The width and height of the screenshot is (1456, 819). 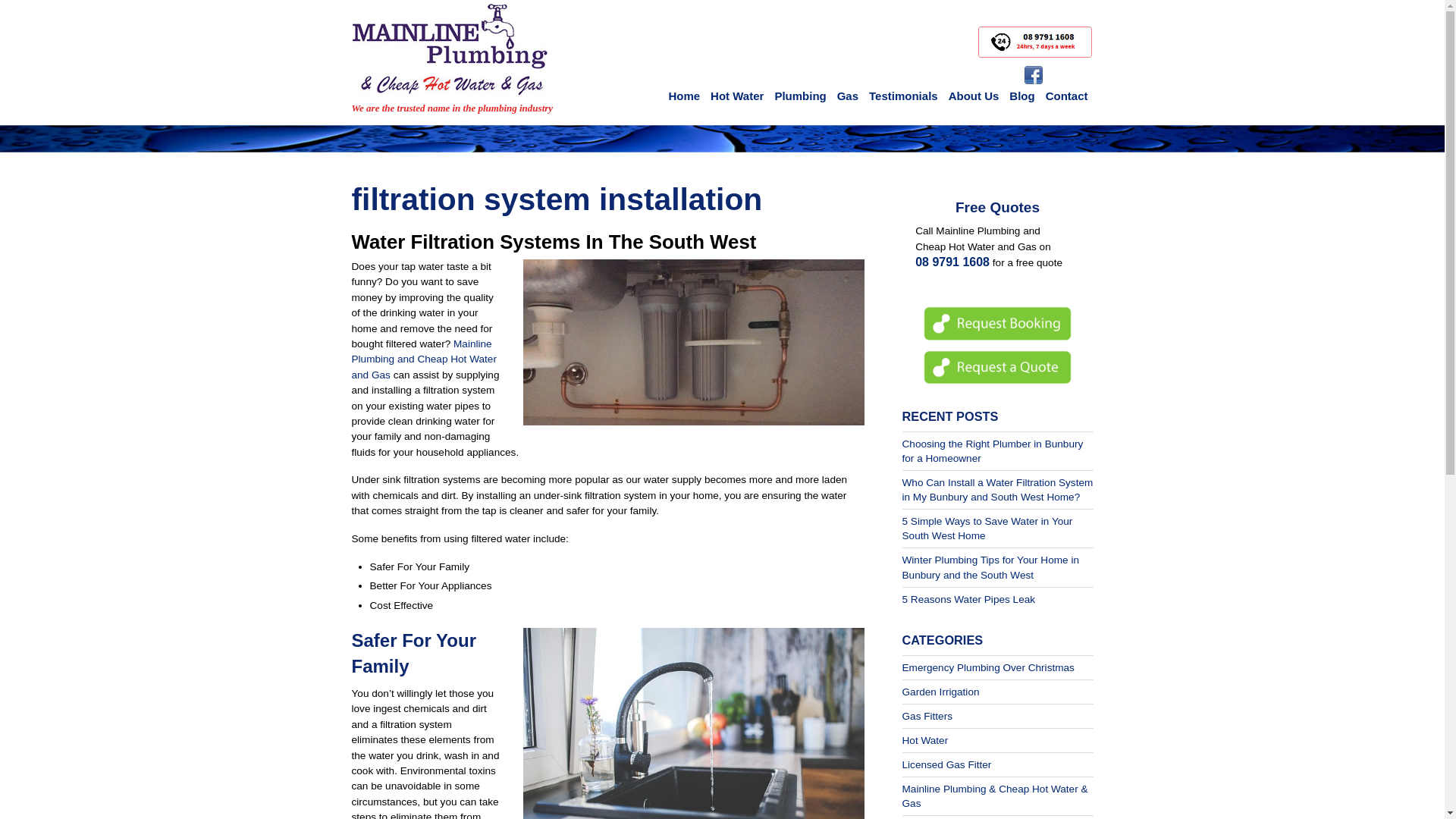 I want to click on '5 Reasons Water Pipes Leak', so click(x=968, y=598).